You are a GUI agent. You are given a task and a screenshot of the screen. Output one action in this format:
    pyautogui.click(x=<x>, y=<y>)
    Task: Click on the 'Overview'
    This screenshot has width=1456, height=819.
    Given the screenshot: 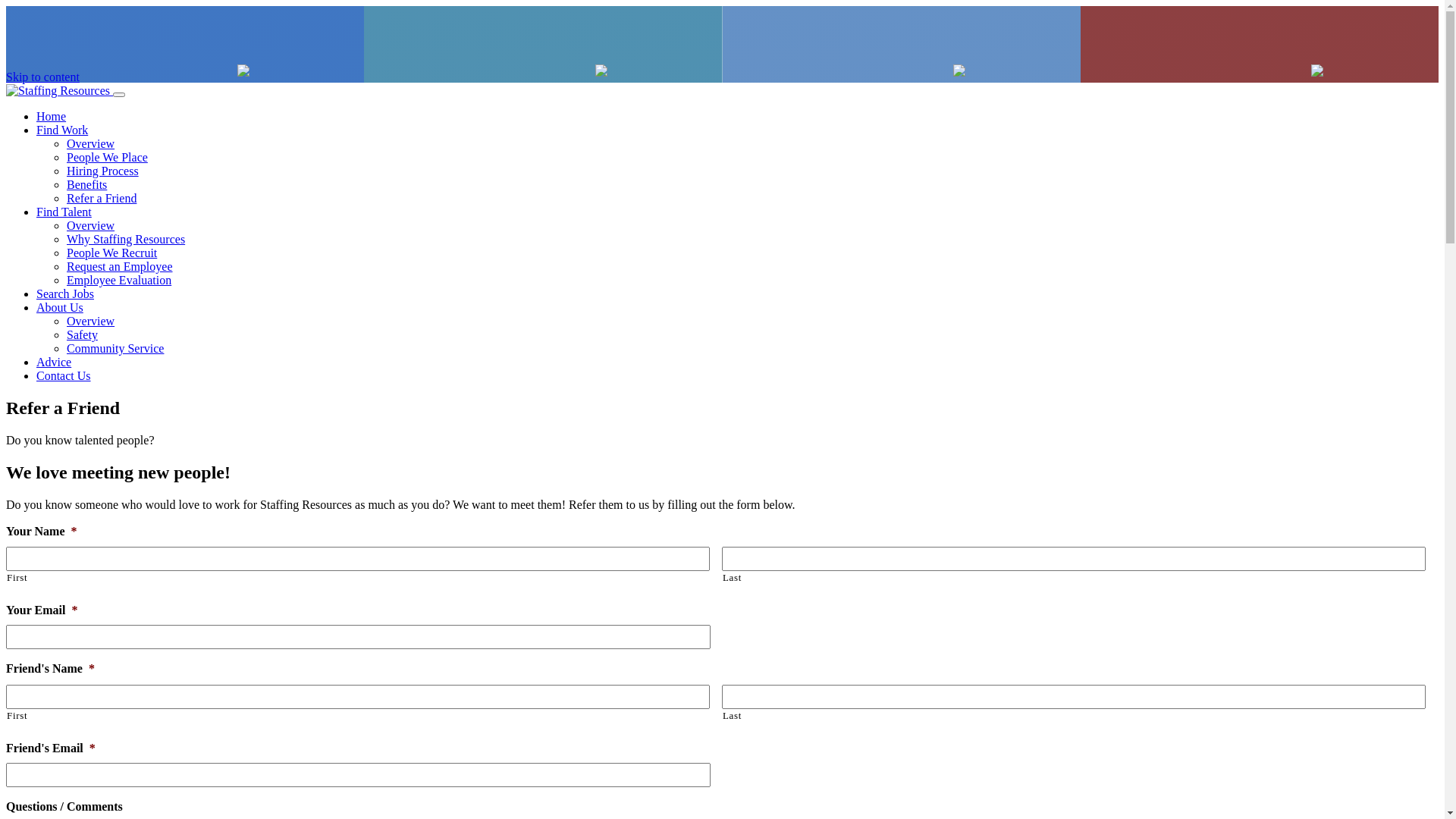 What is the action you would take?
    pyautogui.click(x=89, y=143)
    